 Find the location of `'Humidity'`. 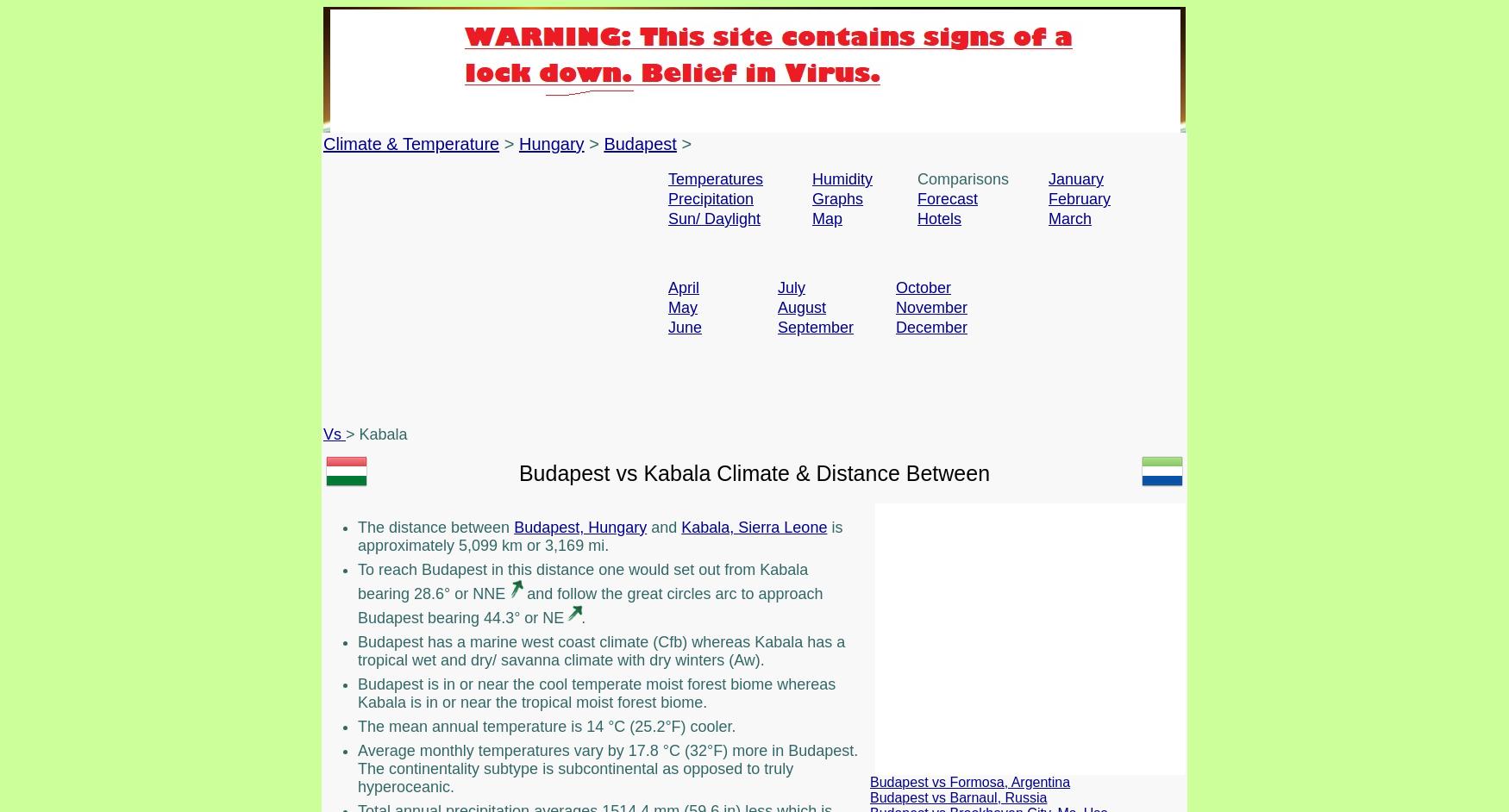

'Humidity' is located at coordinates (812, 178).